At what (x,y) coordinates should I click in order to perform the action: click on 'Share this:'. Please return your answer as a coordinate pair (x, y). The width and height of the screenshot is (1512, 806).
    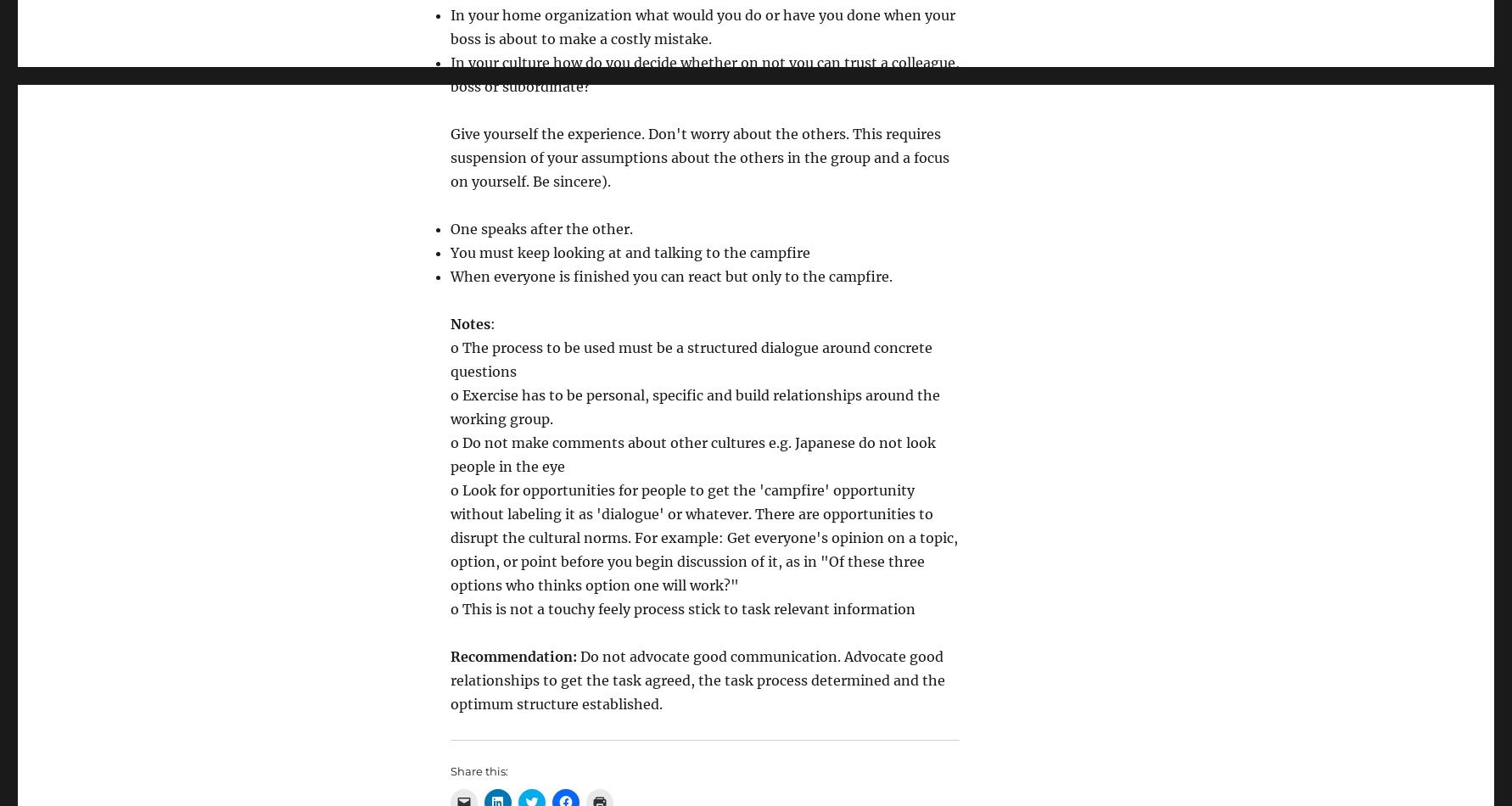
    Looking at the image, I should click on (450, 770).